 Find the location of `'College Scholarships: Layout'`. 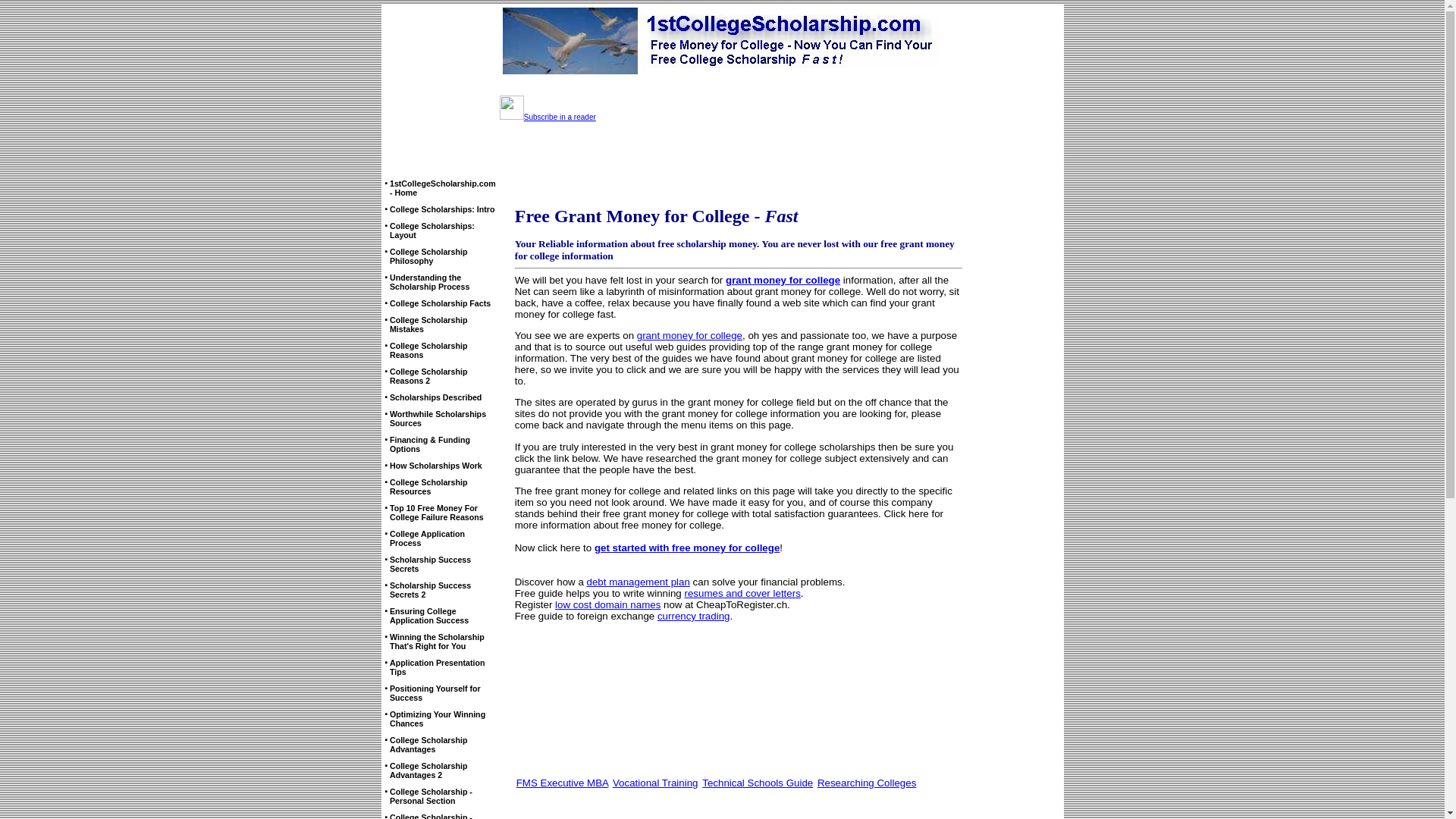

'College Scholarships: Layout' is located at coordinates (431, 231).